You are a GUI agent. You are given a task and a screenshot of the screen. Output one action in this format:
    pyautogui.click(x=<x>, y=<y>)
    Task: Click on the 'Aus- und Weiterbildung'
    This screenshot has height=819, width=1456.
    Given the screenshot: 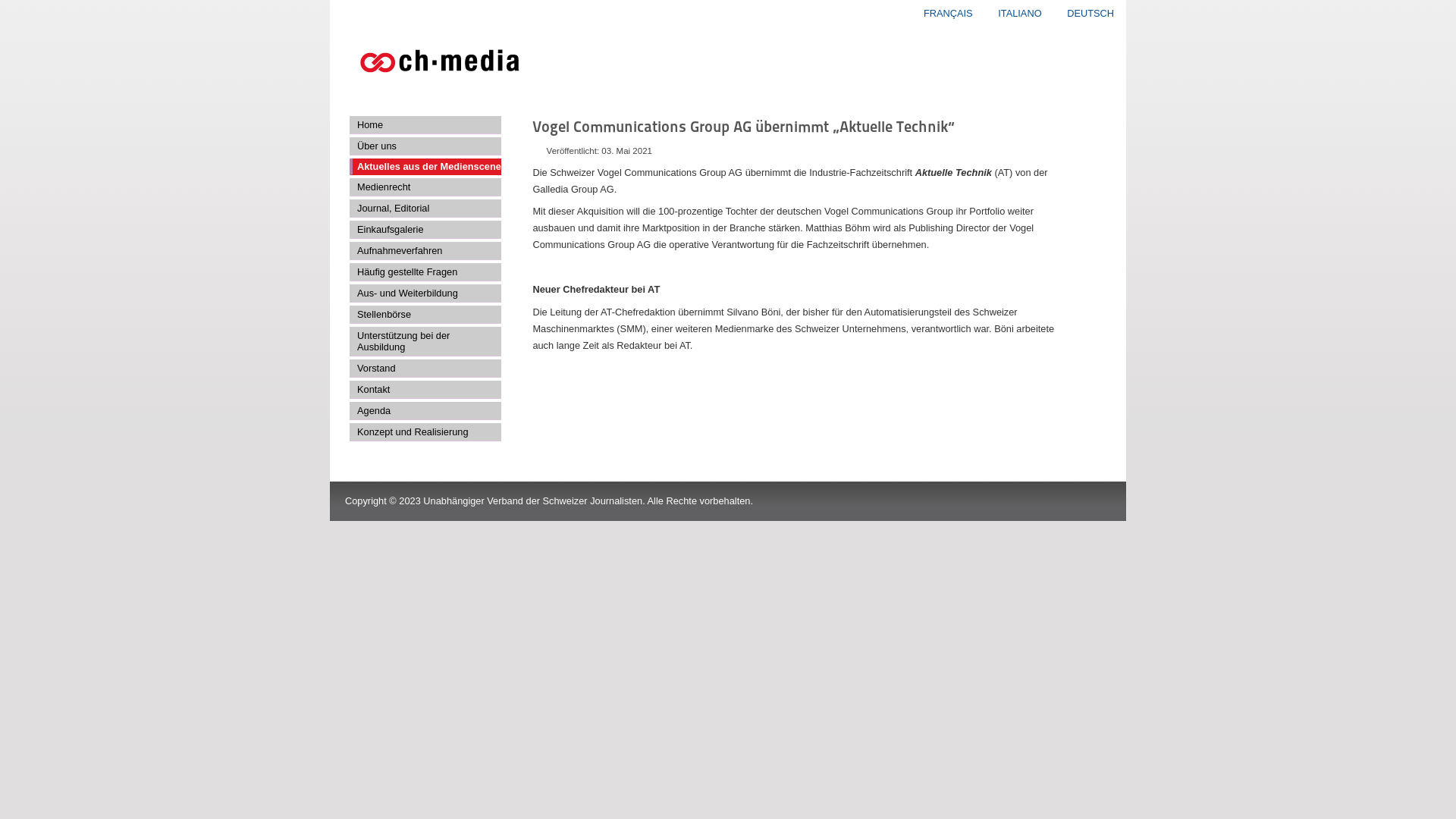 What is the action you would take?
    pyautogui.click(x=425, y=293)
    